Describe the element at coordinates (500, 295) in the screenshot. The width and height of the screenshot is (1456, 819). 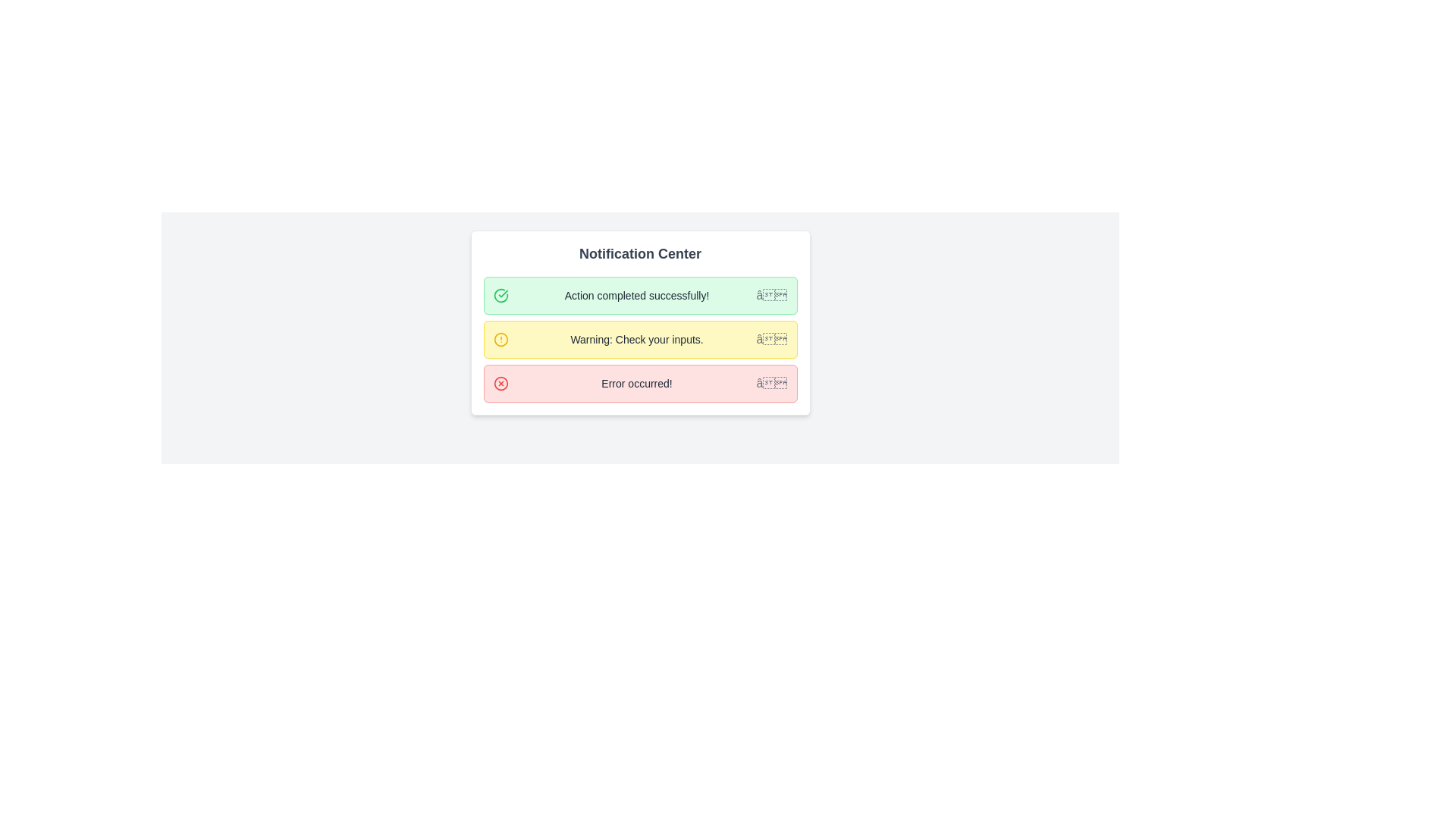
I see `the outer curved segment of the green circular check icon located at the far left of the first notification item in the 'Notification Center', which indicates 'Action completed successfully!'` at that location.